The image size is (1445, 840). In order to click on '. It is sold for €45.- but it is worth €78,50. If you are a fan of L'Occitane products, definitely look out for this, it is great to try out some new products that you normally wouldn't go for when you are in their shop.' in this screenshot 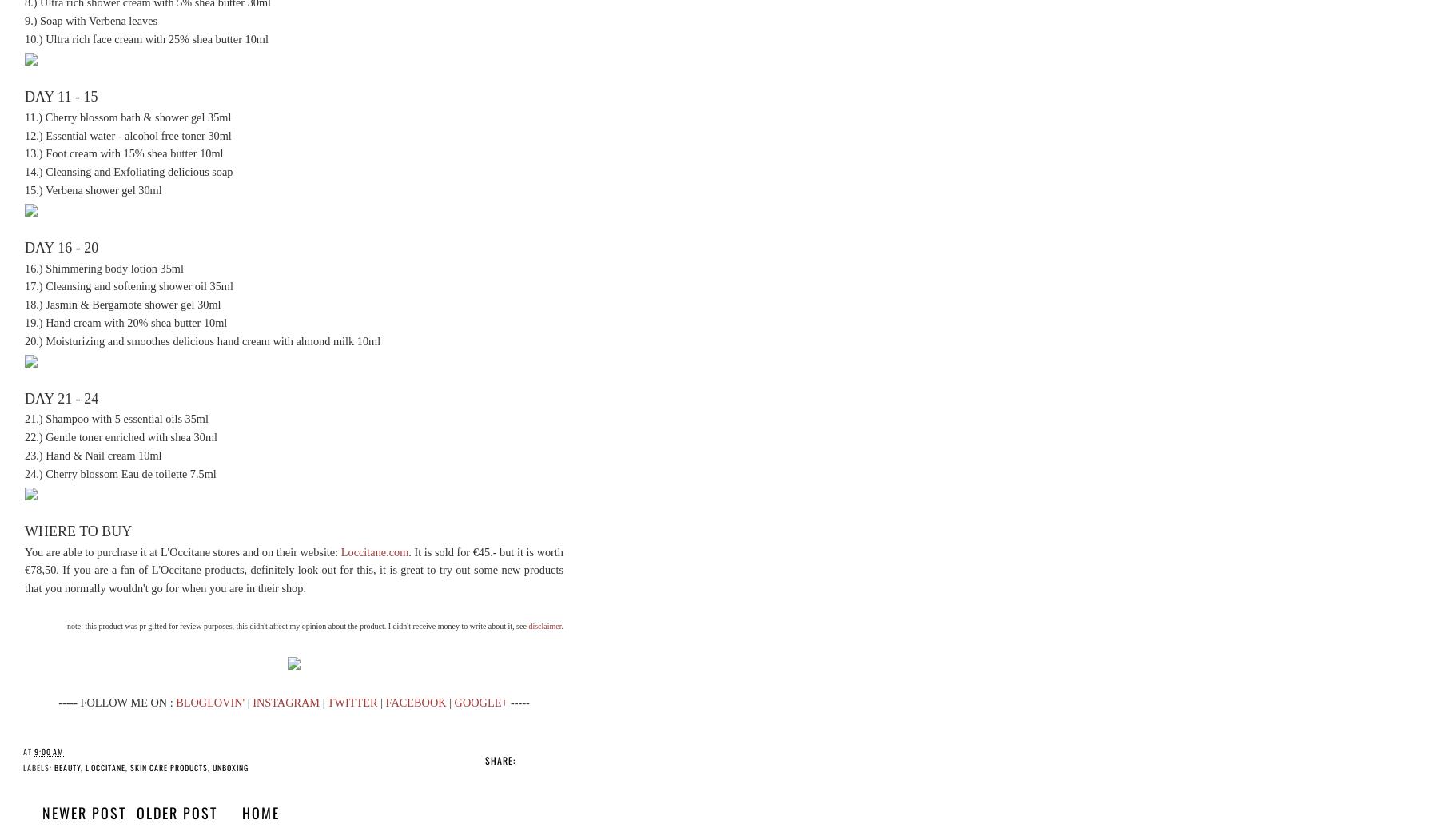, I will do `click(293, 568)`.